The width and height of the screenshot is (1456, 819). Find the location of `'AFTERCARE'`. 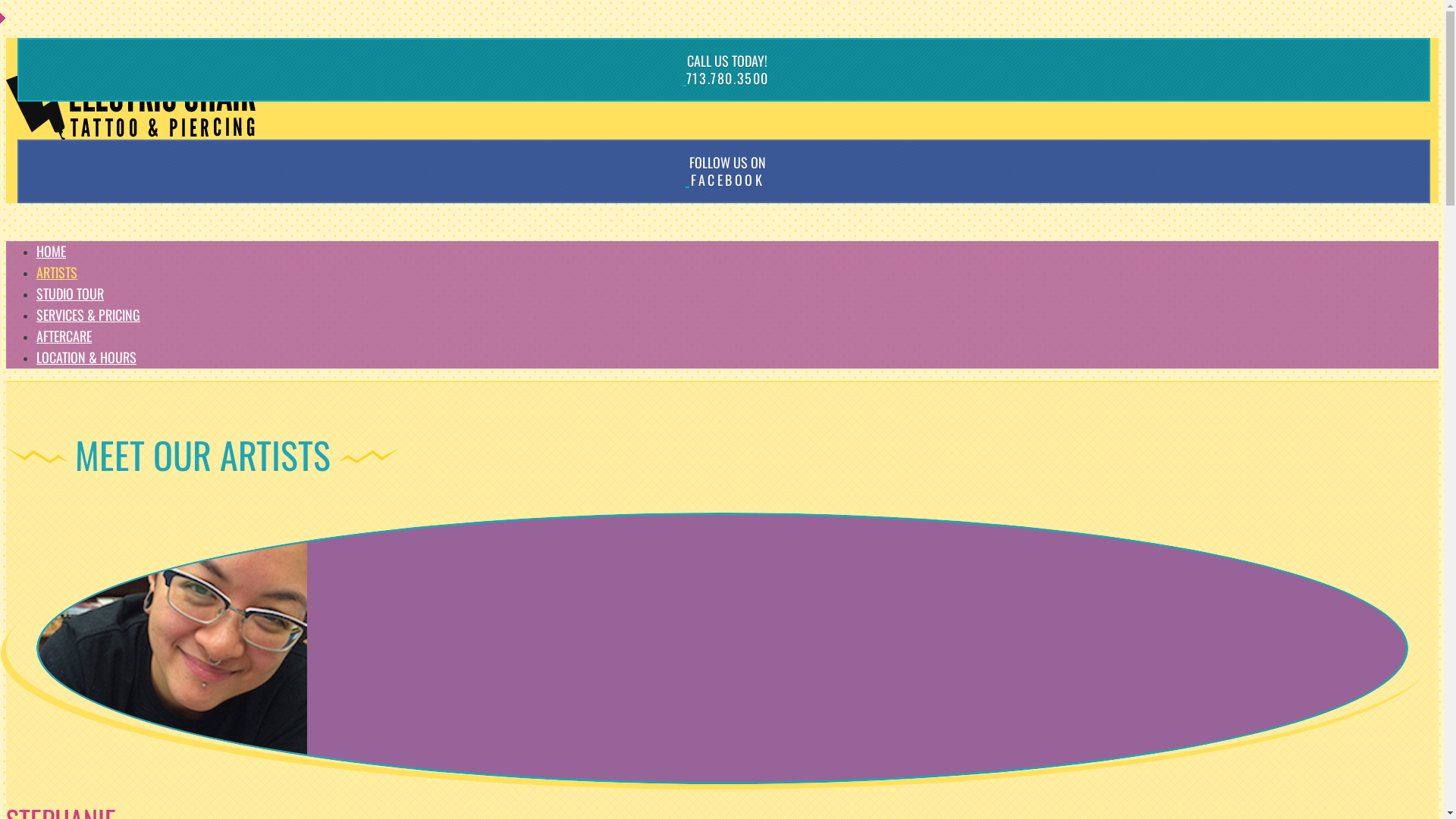

'AFTERCARE' is located at coordinates (63, 335).